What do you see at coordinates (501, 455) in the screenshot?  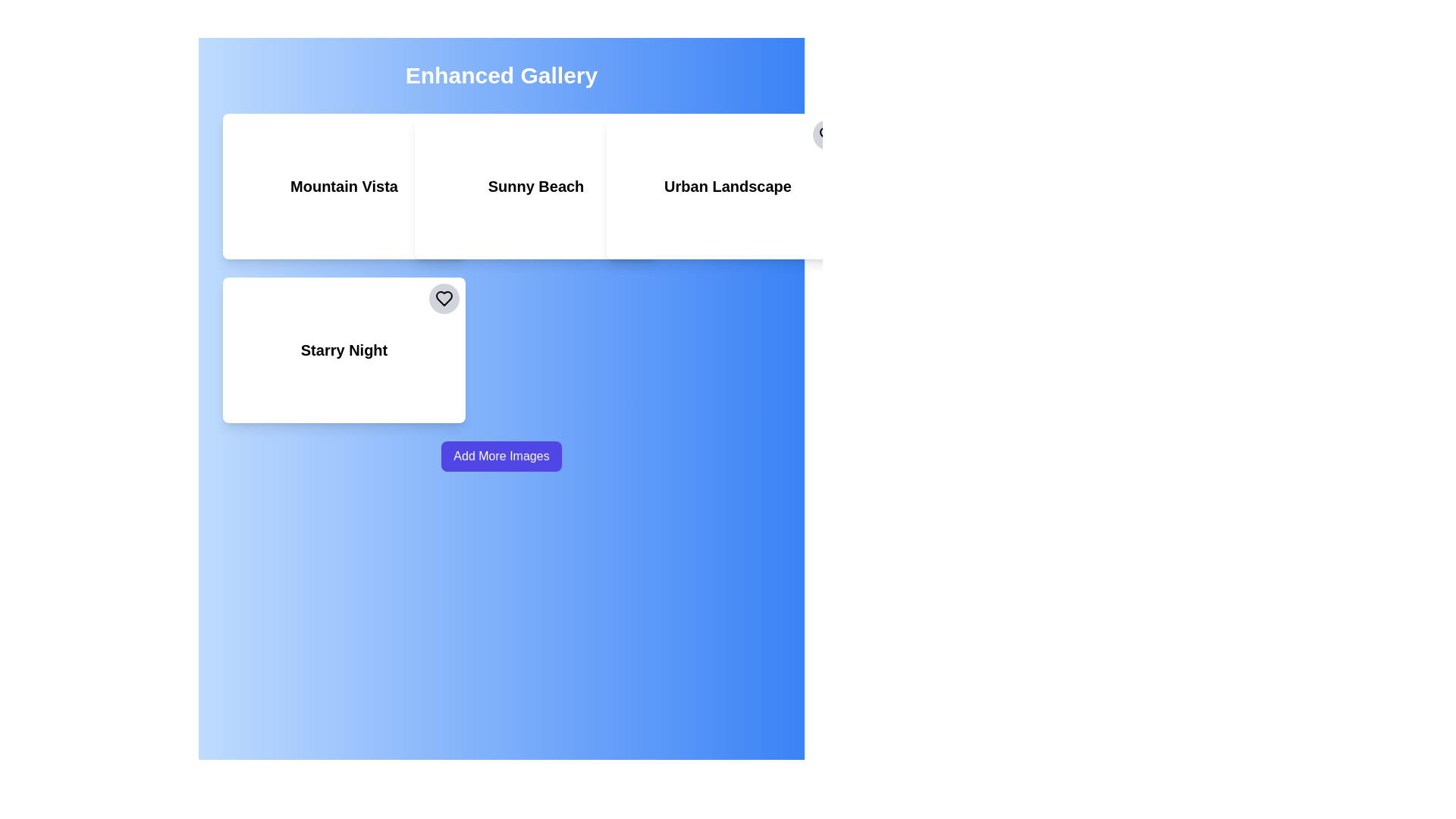 I see `the button located below the gallery content, centered horizontally, directly underneath the 'Starry Night' section to observe hover effects` at bounding box center [501, 455].